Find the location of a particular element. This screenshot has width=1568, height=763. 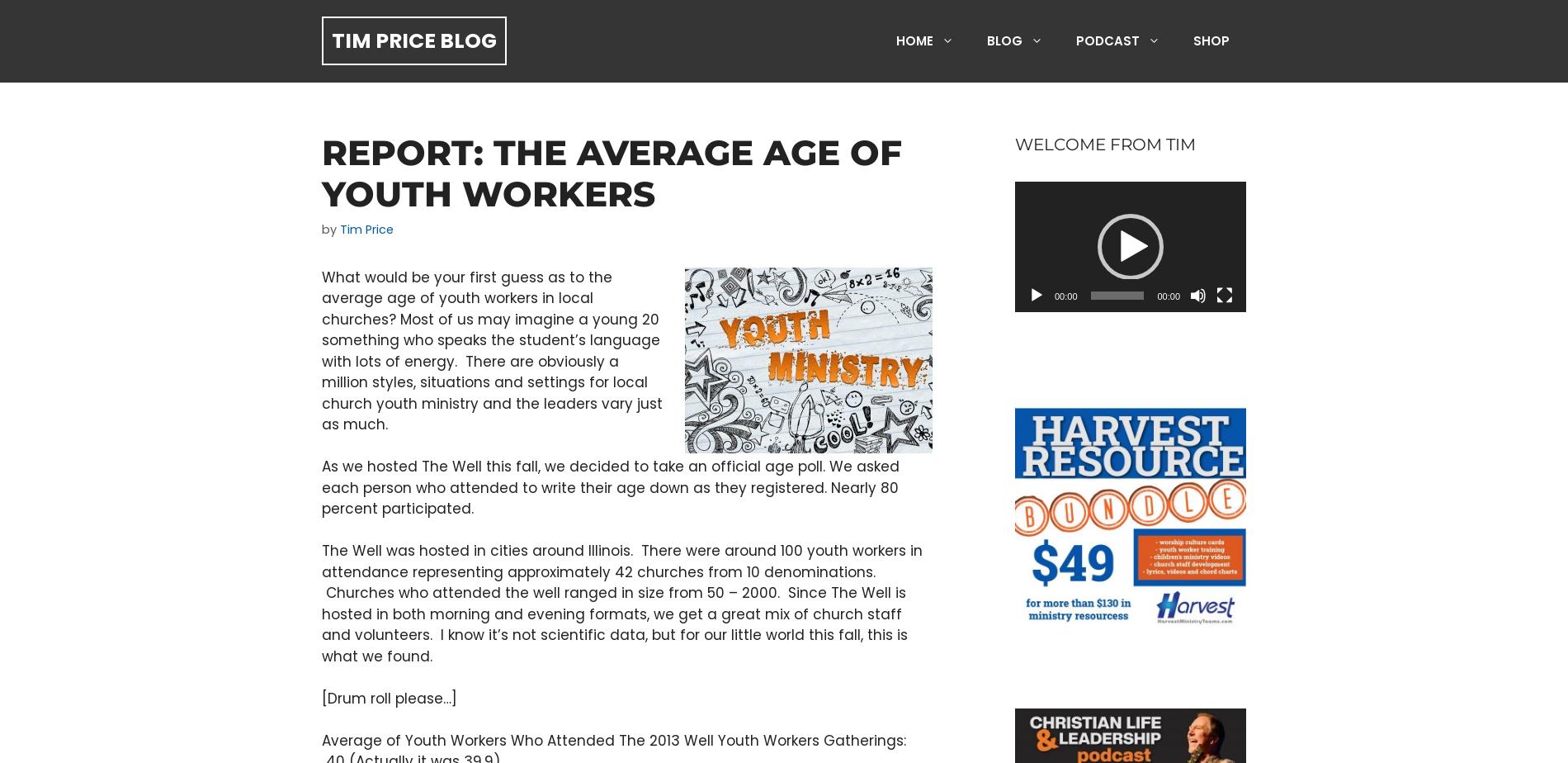

'Shop' is located at coordinates (1211, 40).